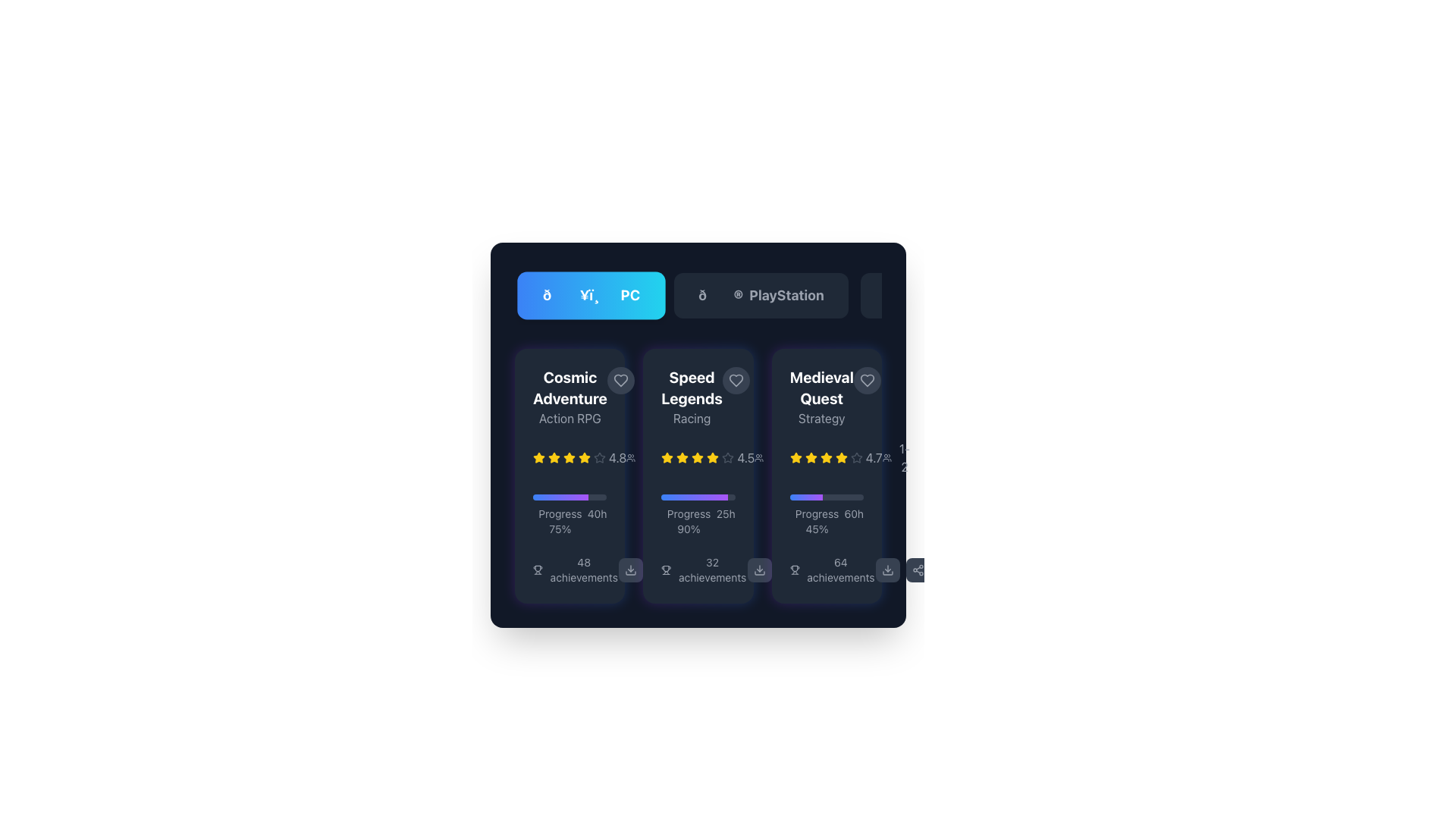 This screenshot has width=1456, height=819. Describe the element at coordinates (917, 570) in the screenshot. I see `the interactive button with a share icon, styled with a dark gray background and rounded corners, located at the bottom right corner of the interface` at that location.